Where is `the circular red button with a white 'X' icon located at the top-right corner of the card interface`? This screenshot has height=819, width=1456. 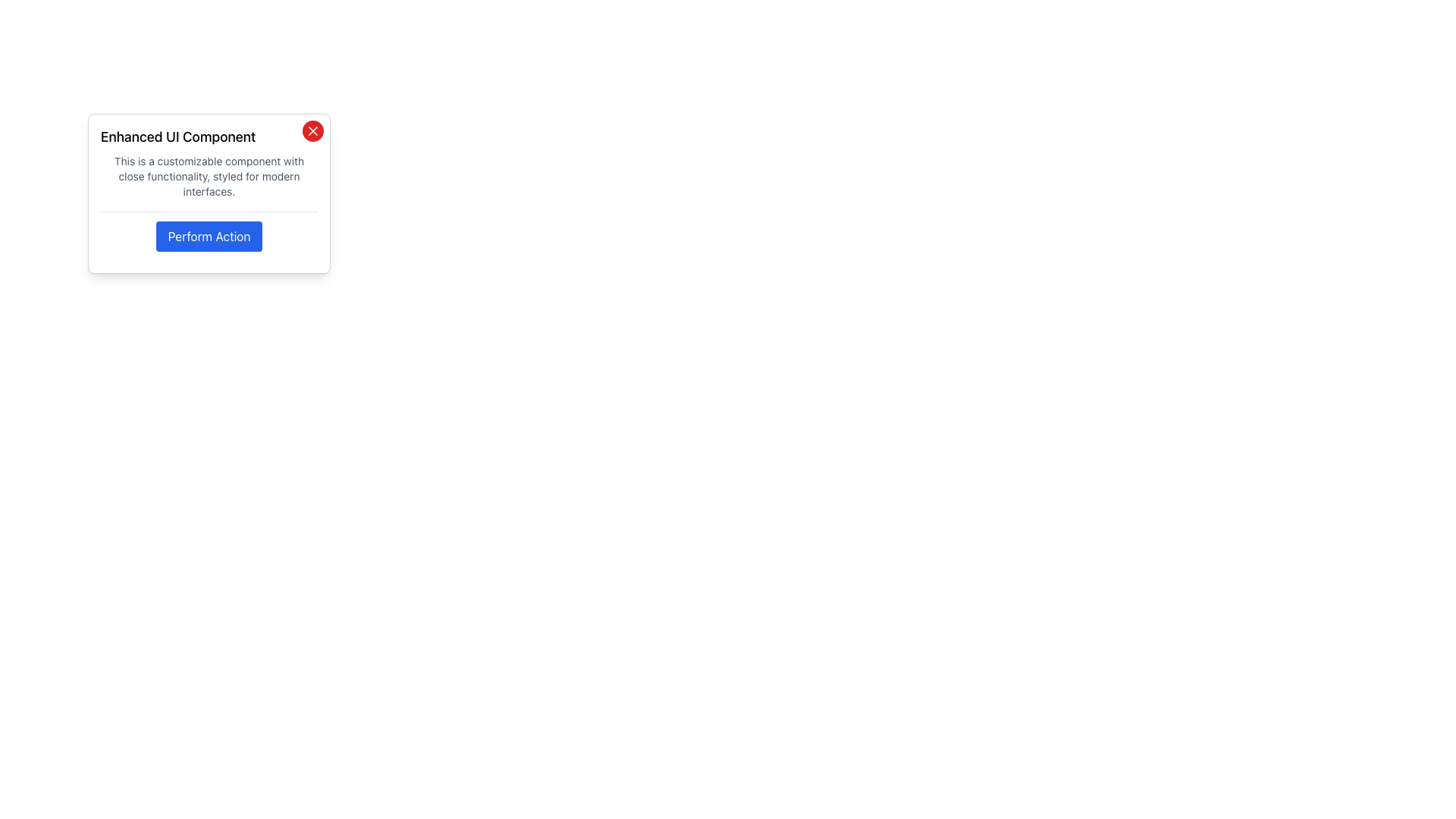
the circular red button with a white 'X' icon located at the top-right corner of the card interface is located at coordinates (312, 130).